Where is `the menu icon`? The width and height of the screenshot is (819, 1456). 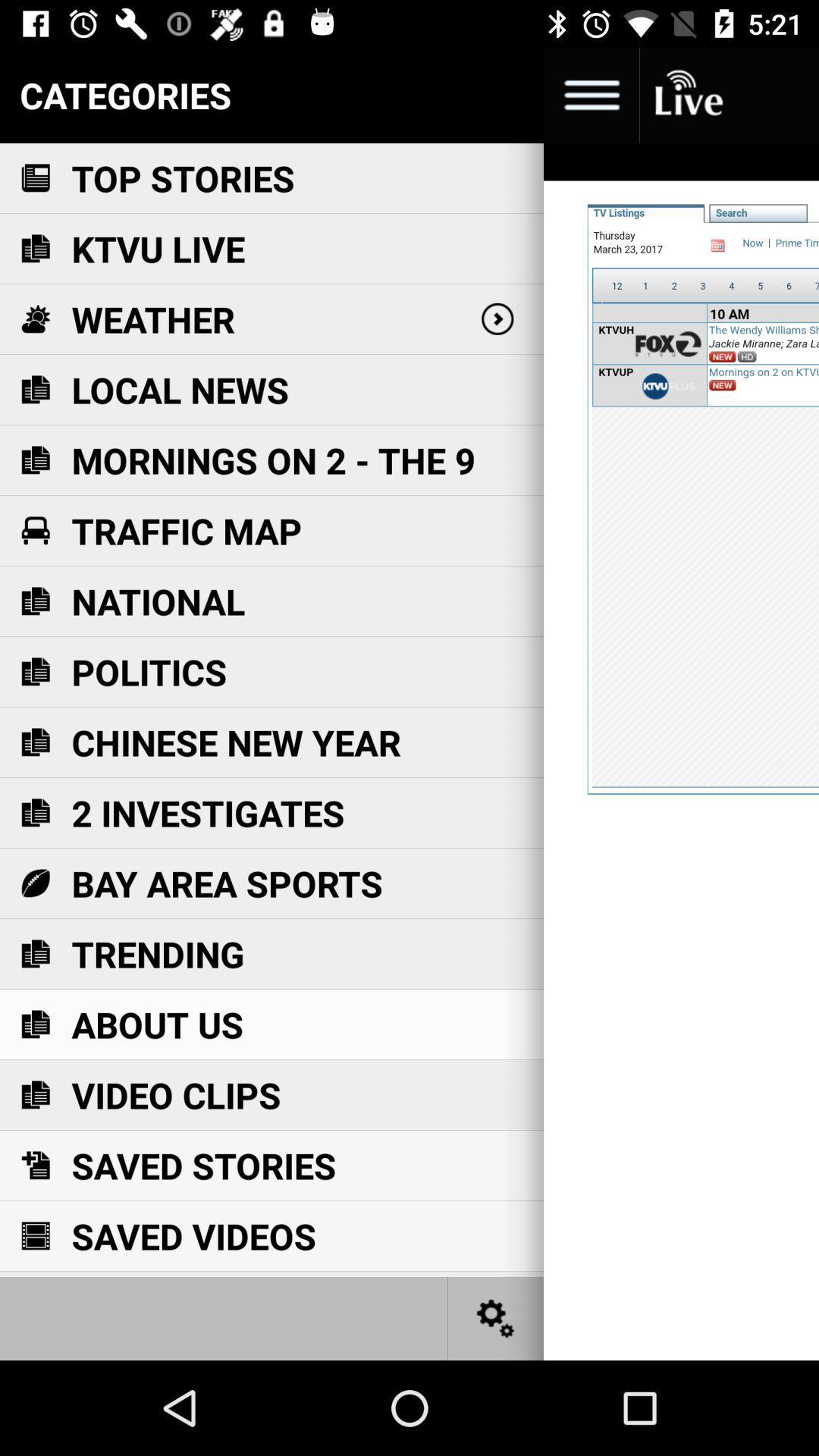
the menu icon is located at coordinates (590, 94).